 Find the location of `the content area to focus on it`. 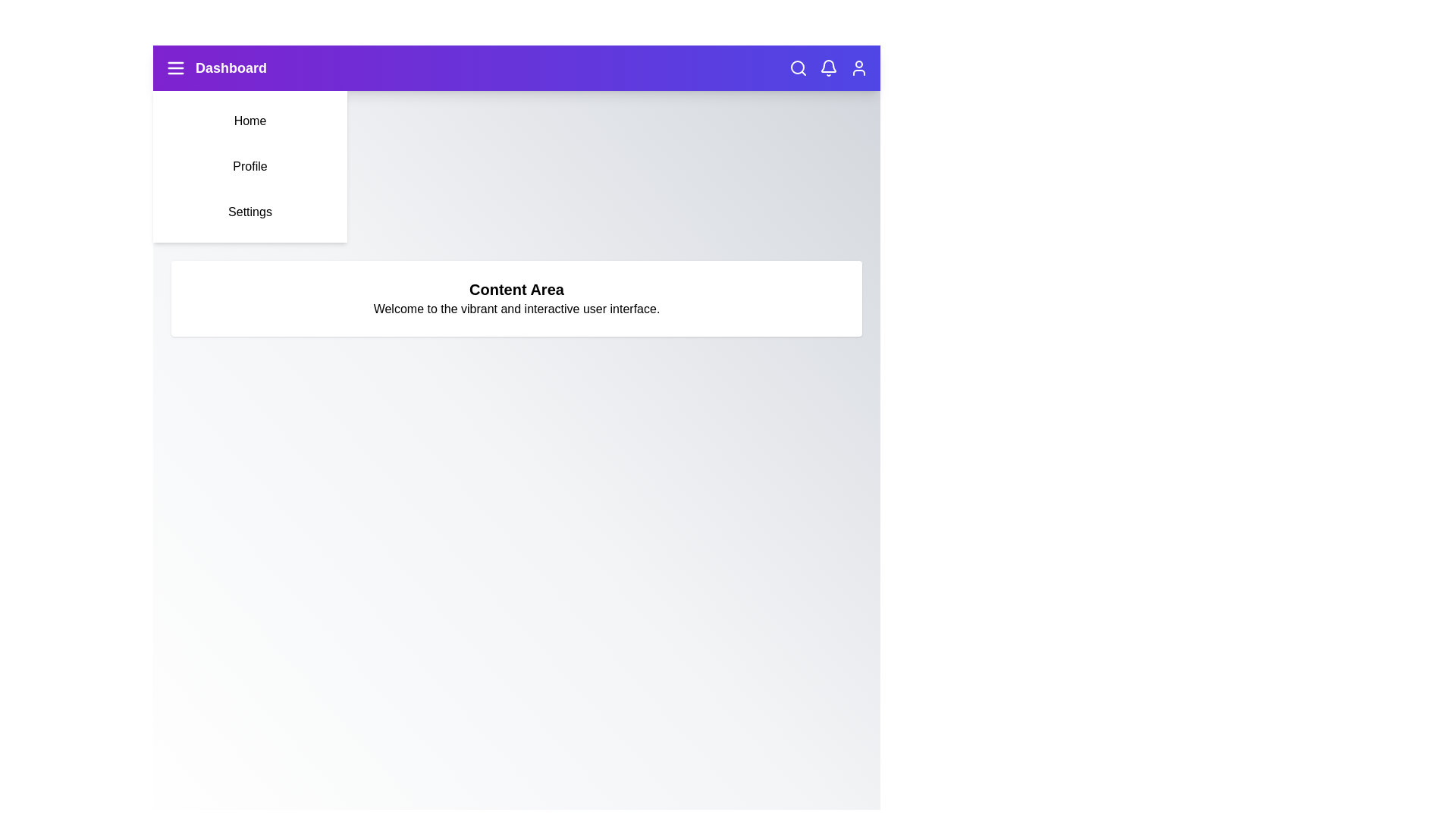

the content area to focus on it is located at coordinates (516, 298).